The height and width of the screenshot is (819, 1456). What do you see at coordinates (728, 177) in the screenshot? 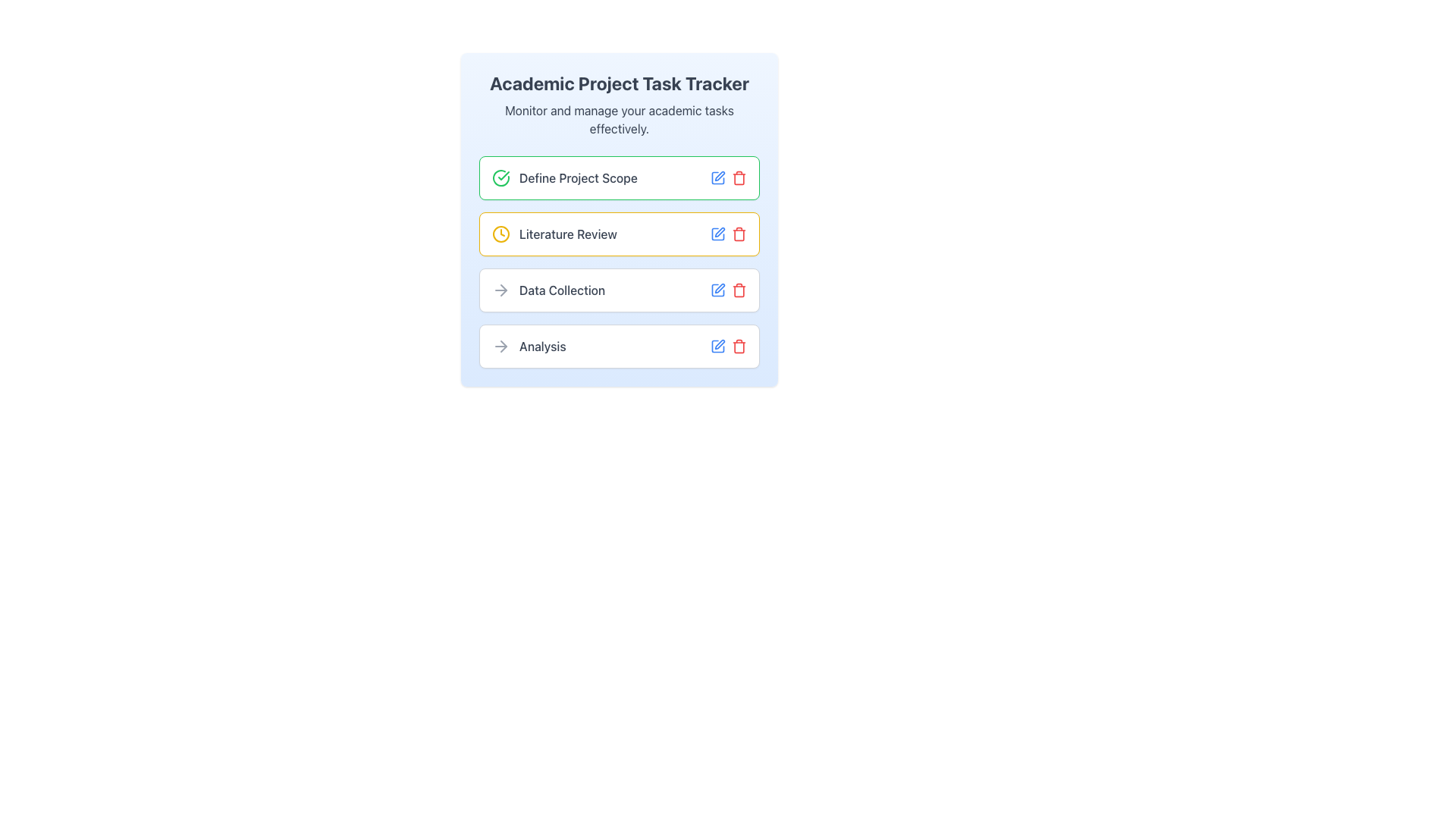
I see `the blue pen icon representing the edit action located to the right of the 'Define Project Scope' text` at bounding box center [728, 177].